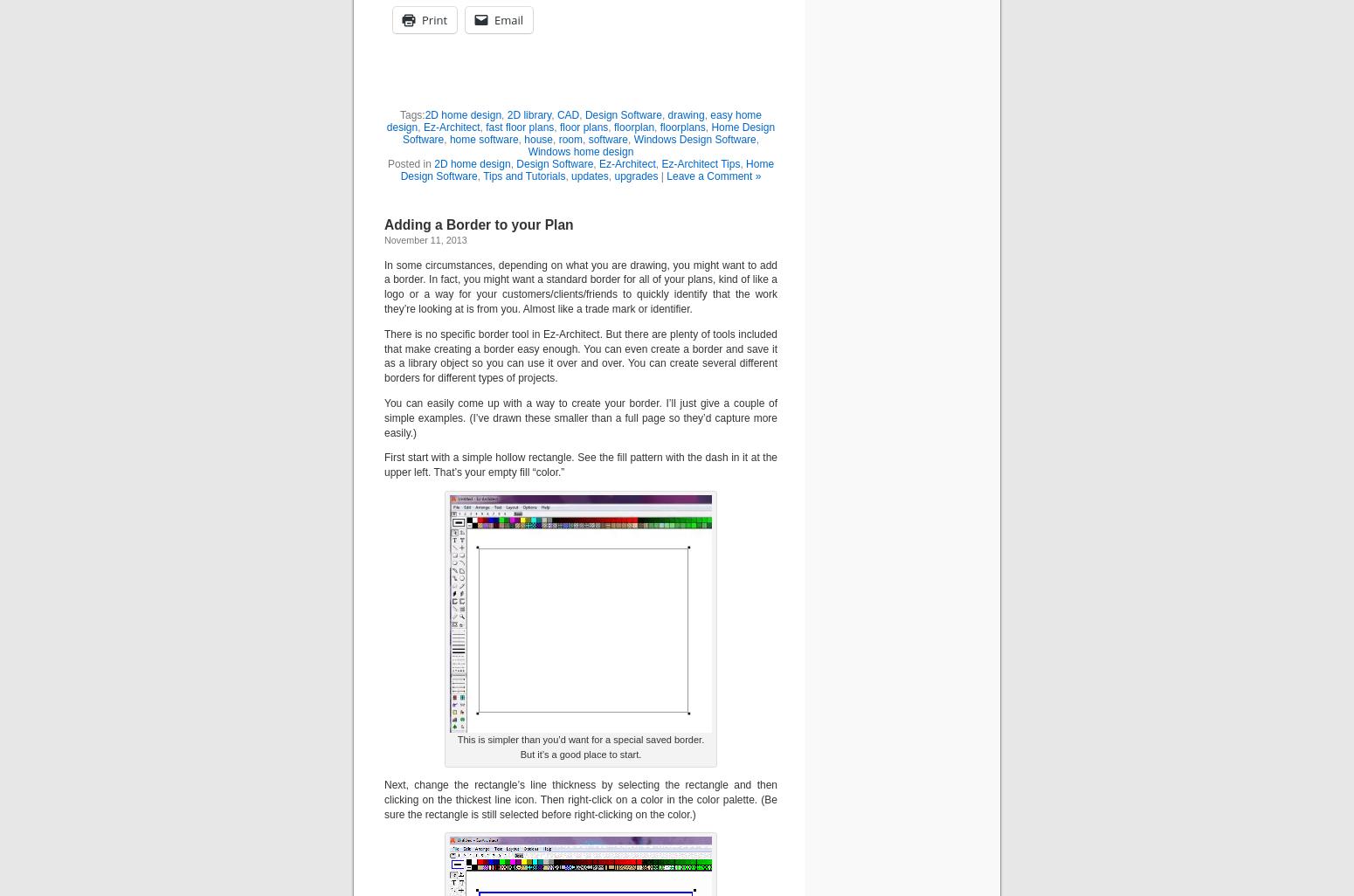 The height and width of the screenshot is (896, 1354). I want to click on 'Adding a Border to your Plan', so click(478, 224).